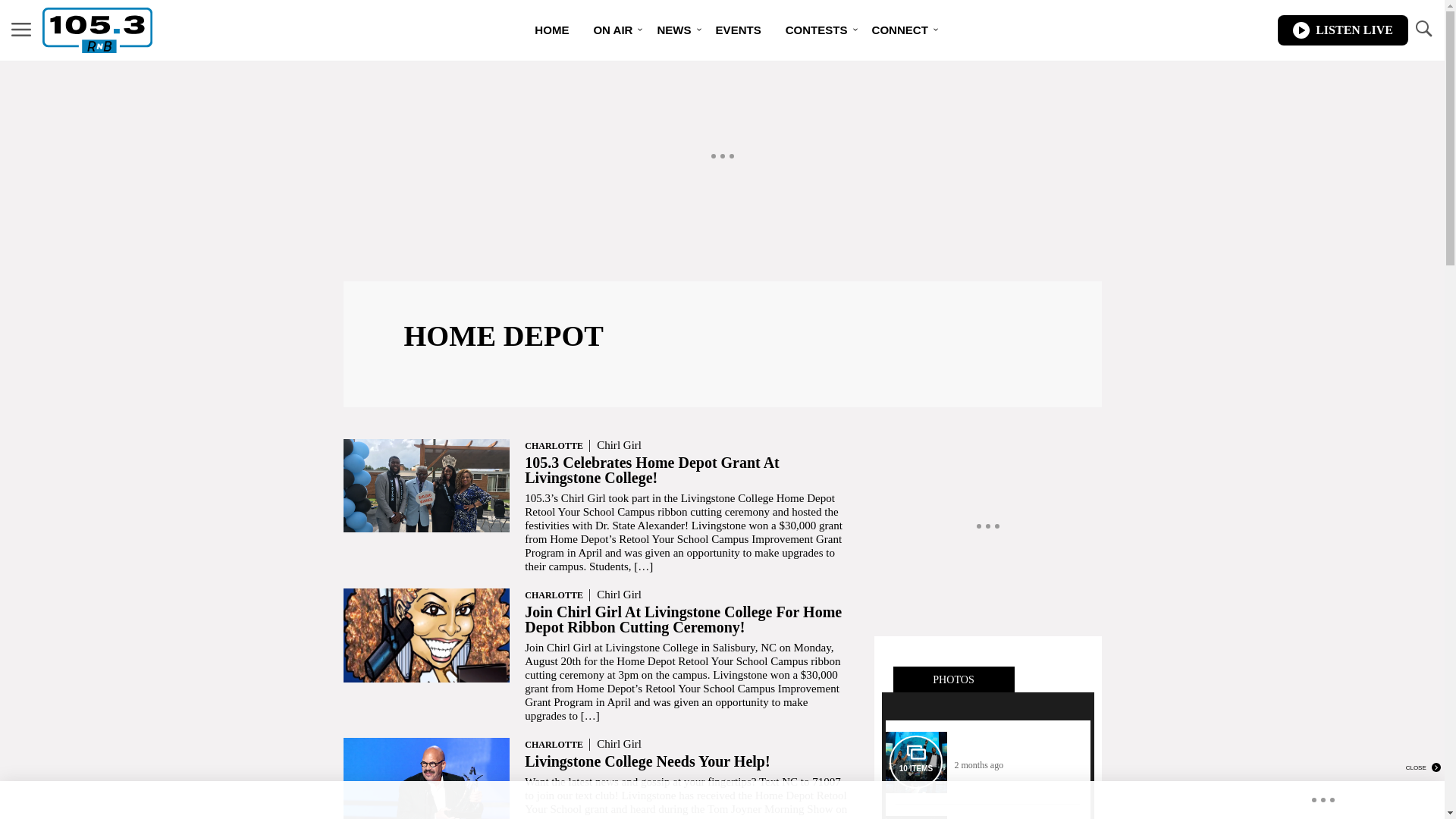 The width and height of the screenshot is (1456, 819). What do you see at coordinates (859, 30) in the screenshot?
I see `'CONNECT'` at bounding box center [859, 30].